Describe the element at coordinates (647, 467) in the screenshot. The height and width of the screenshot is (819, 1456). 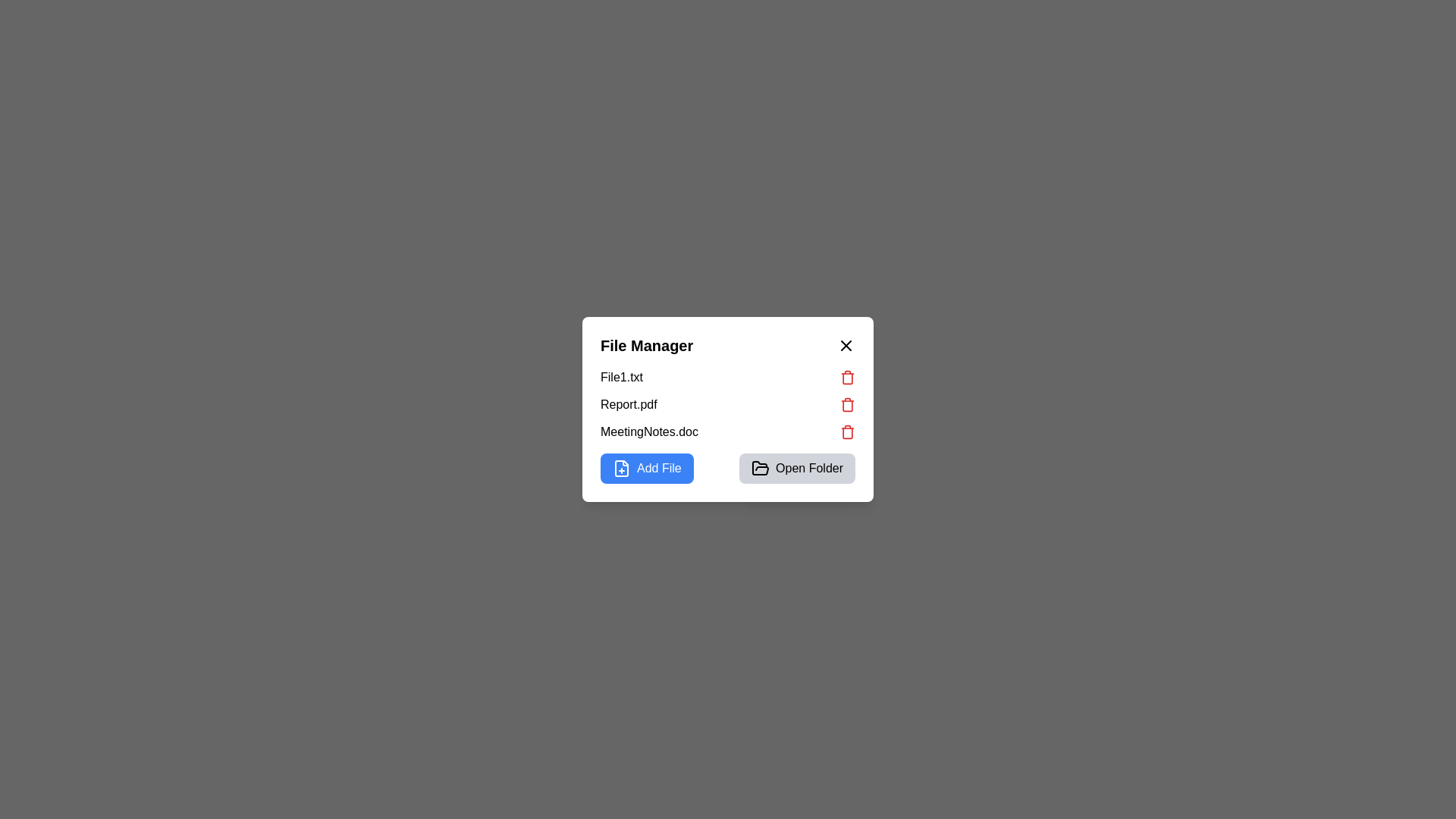
I see `the 'Add File' button with a blue background and white text in the 'File Manager' dialog for keyboard navigation` at that location.